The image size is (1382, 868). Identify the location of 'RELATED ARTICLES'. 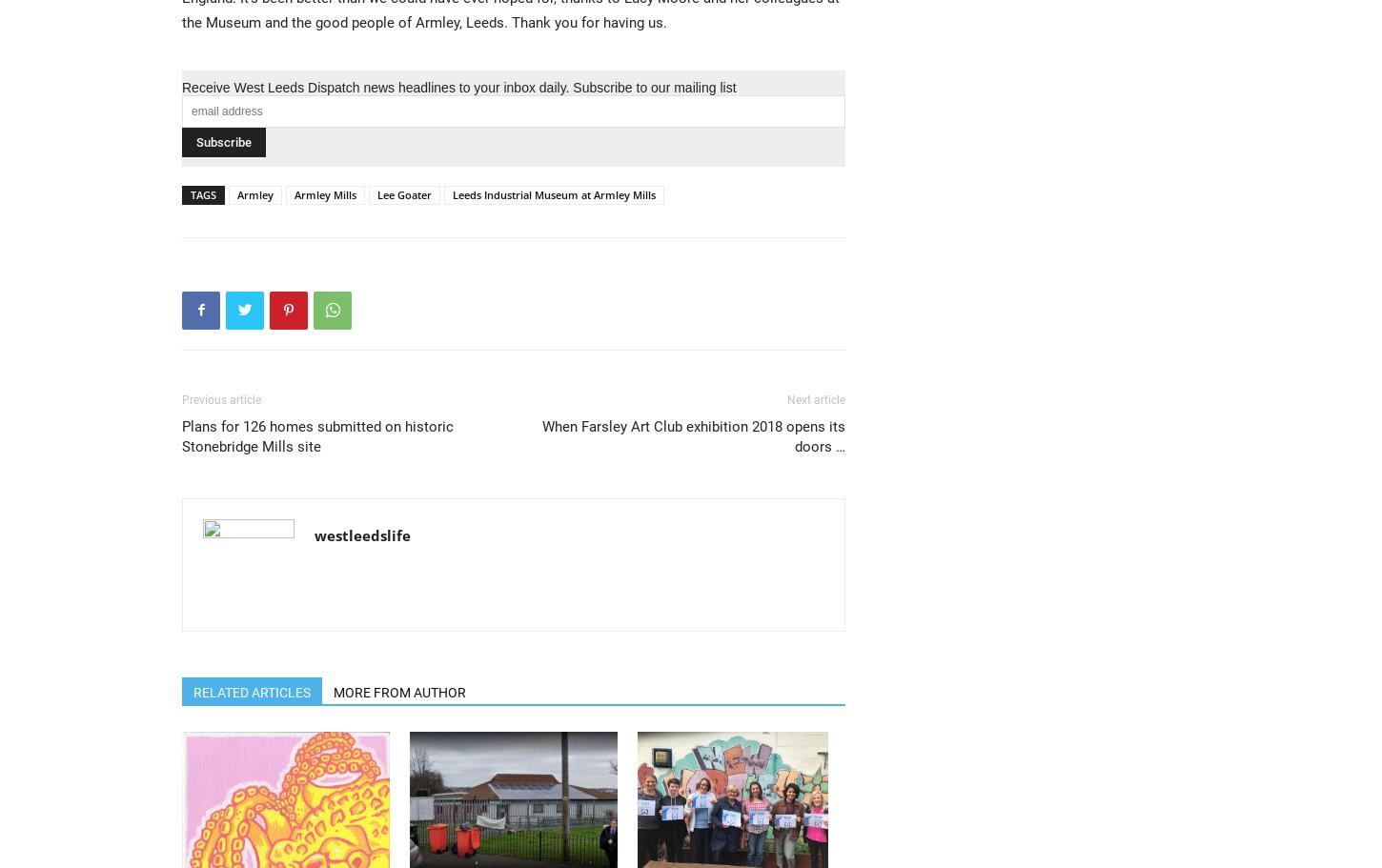
(252, 691).